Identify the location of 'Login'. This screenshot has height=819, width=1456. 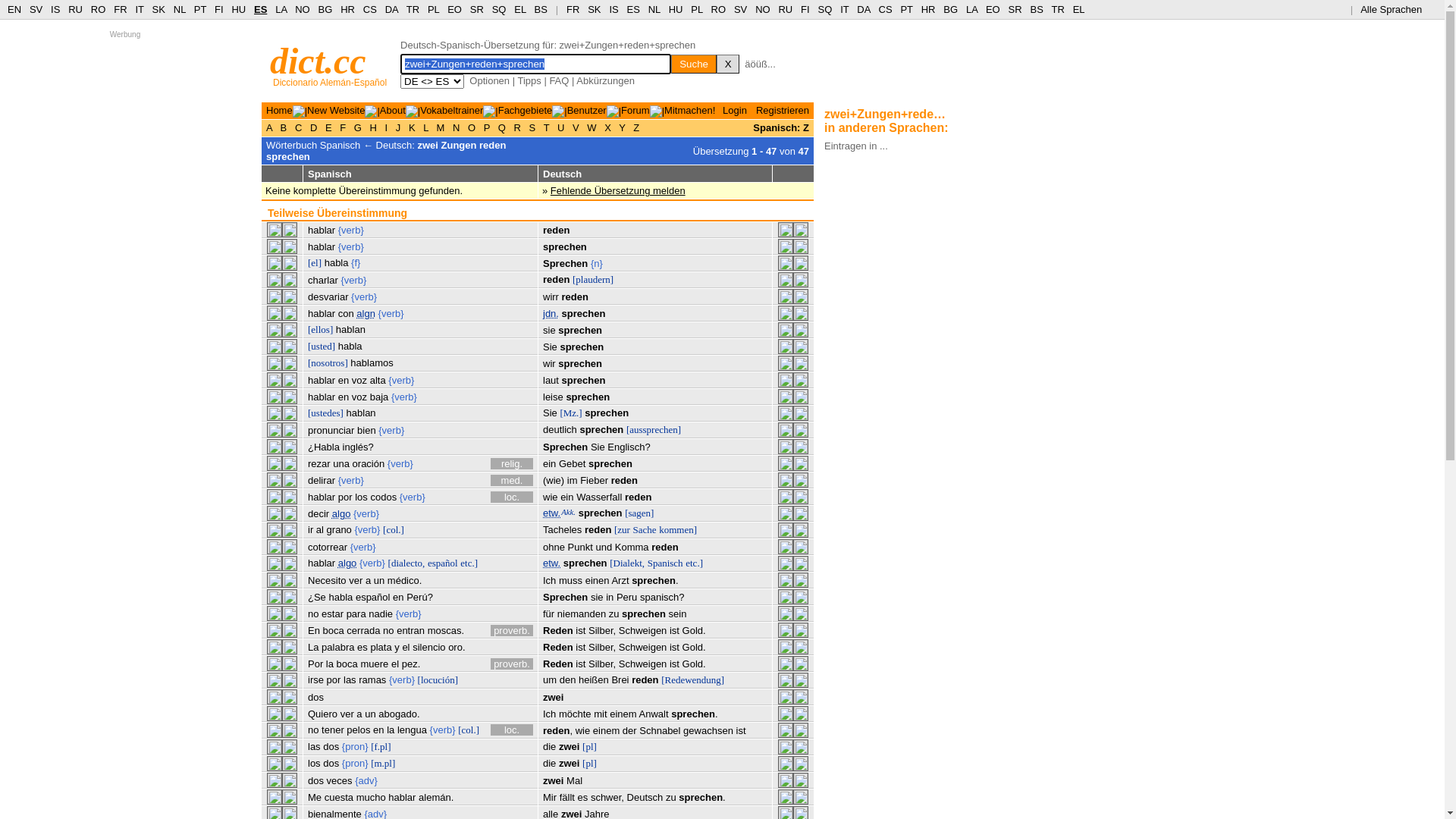
(722, 109).